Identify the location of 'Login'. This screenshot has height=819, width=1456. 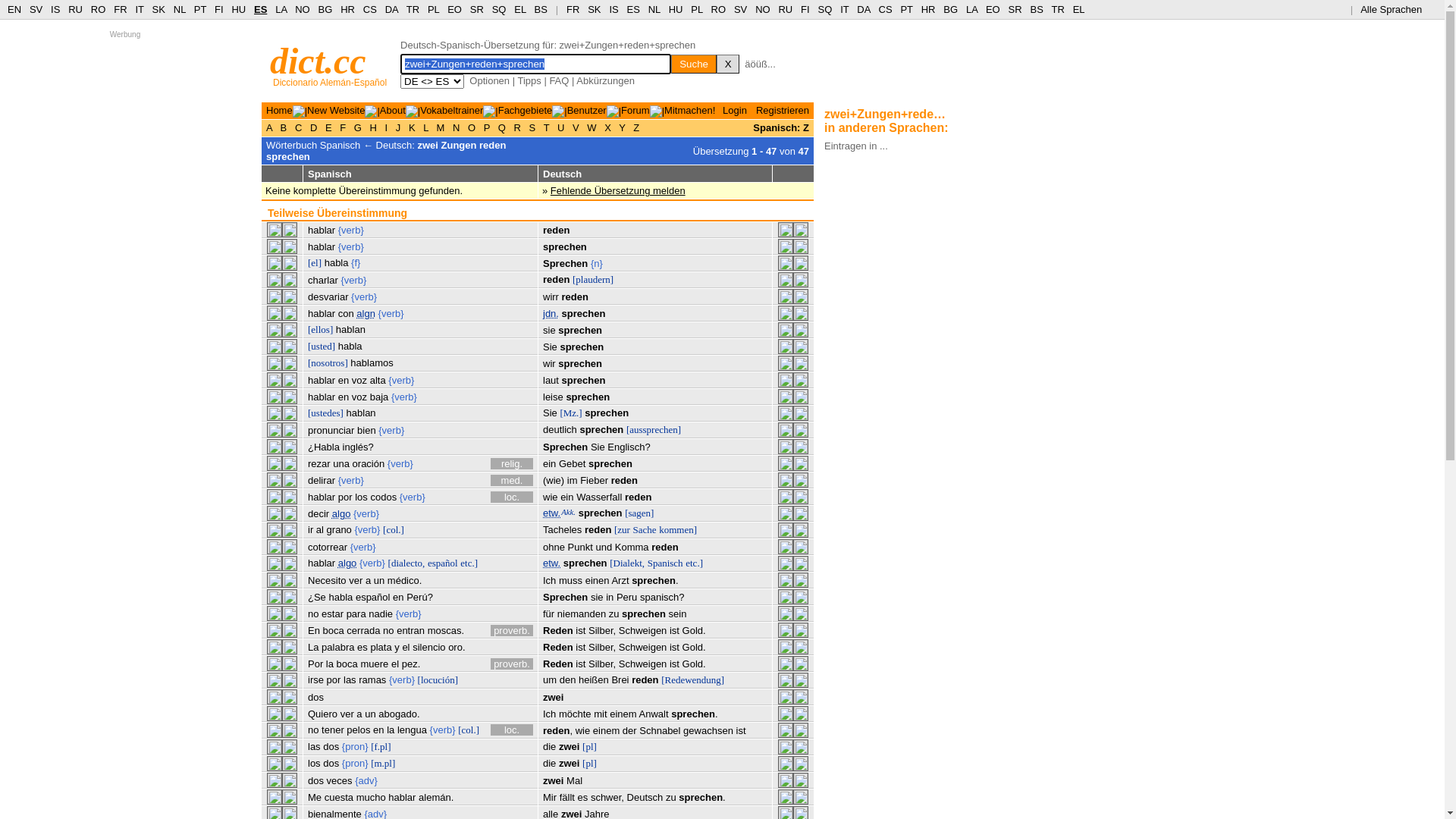
(722, 109).